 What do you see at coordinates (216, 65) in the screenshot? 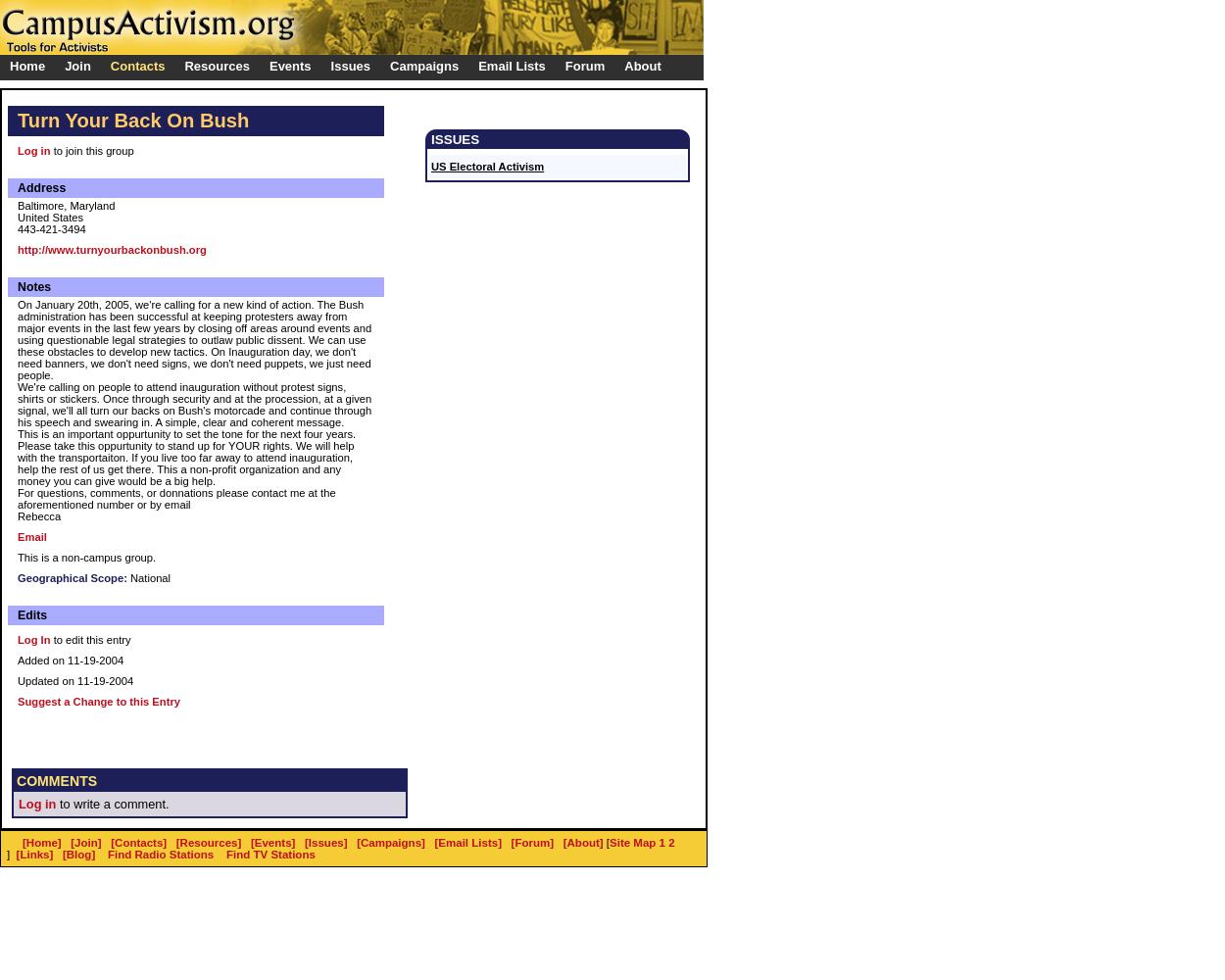
I see `'Resources'` at bounding box center [216, 65].